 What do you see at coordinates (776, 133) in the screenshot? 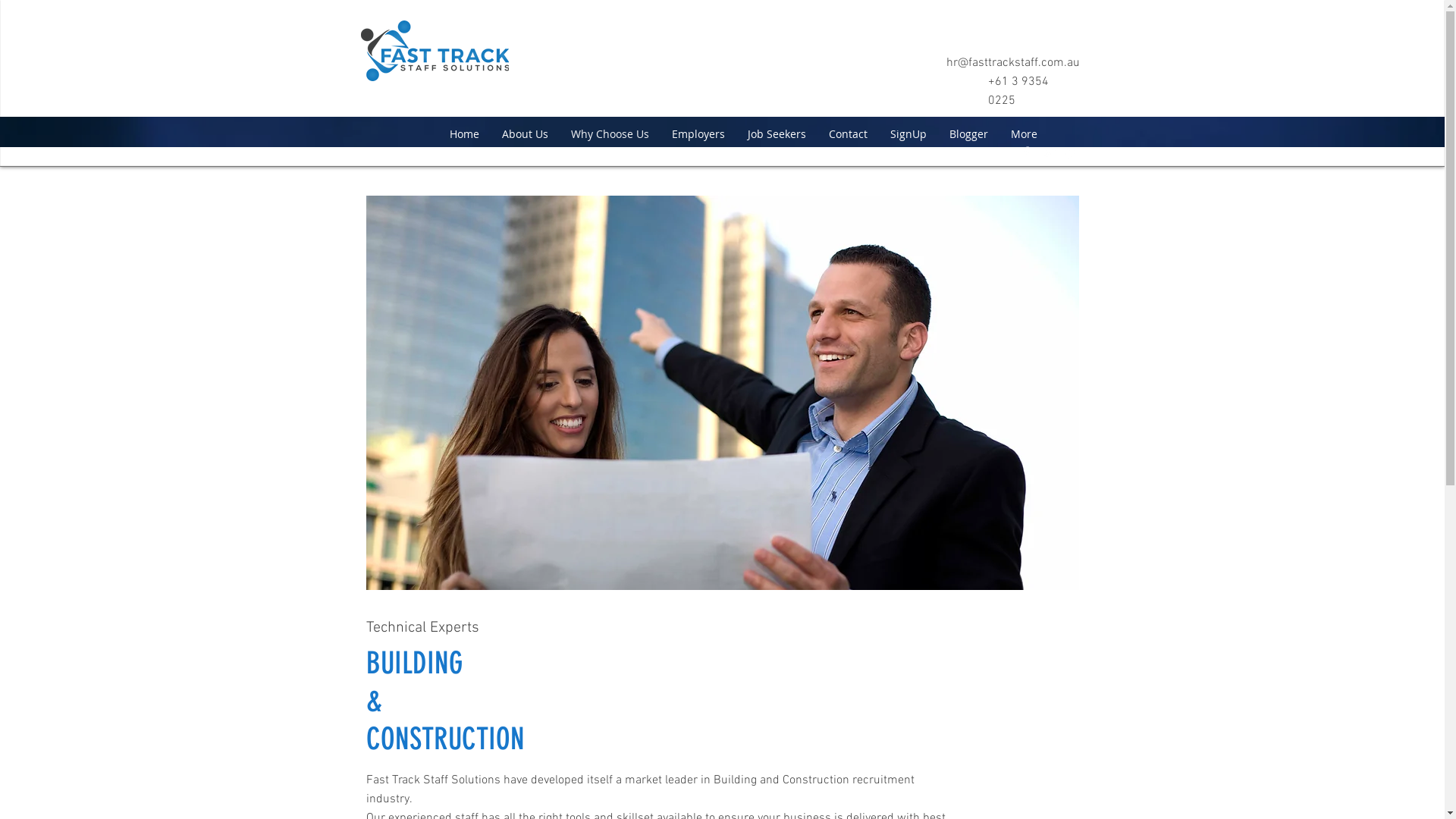
I see `'Job Seekers'` at bounding box center [776, 133].